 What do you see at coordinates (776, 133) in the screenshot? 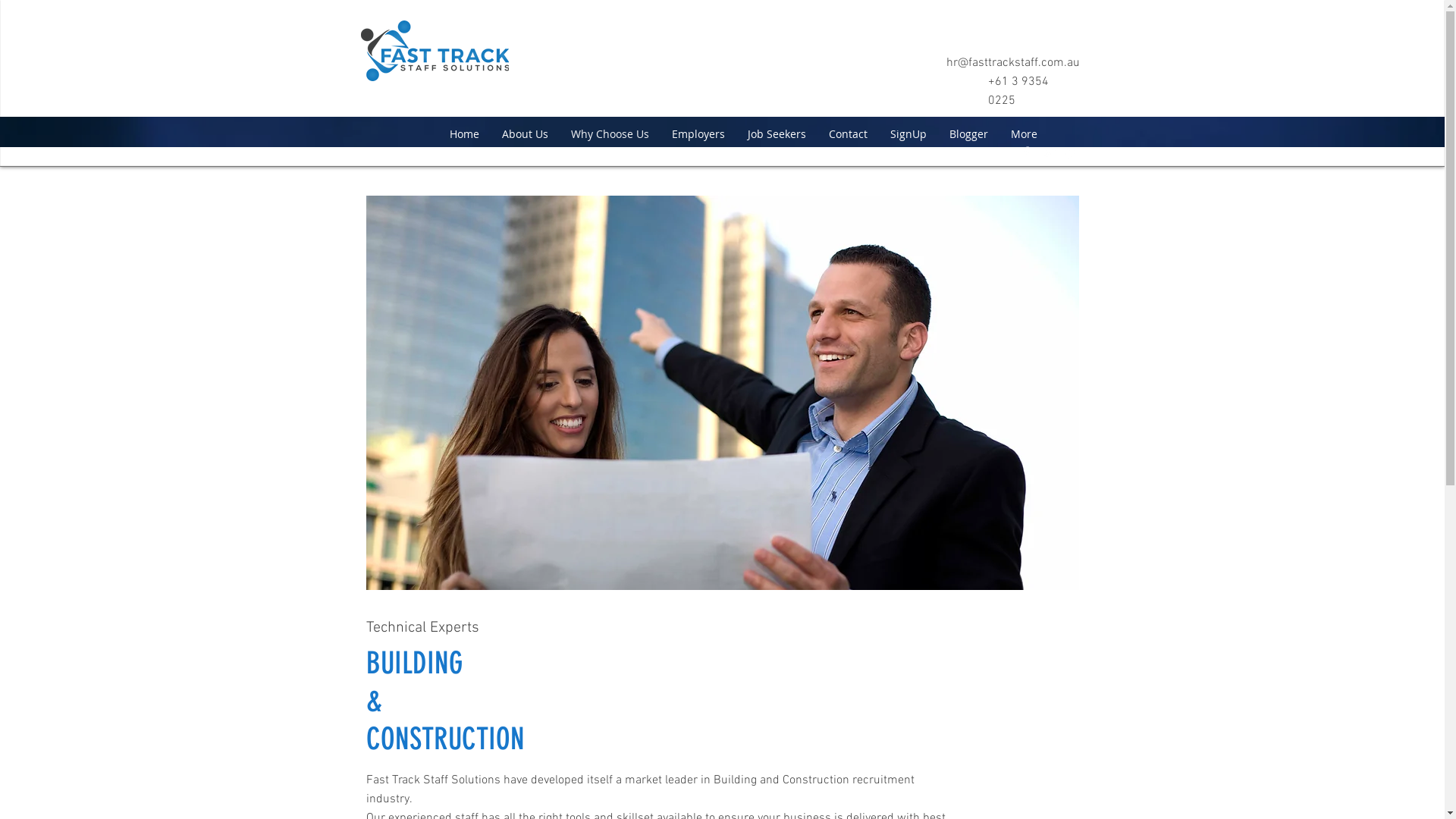
I see `'Job Seekers'` at bounding box center [776, 133].